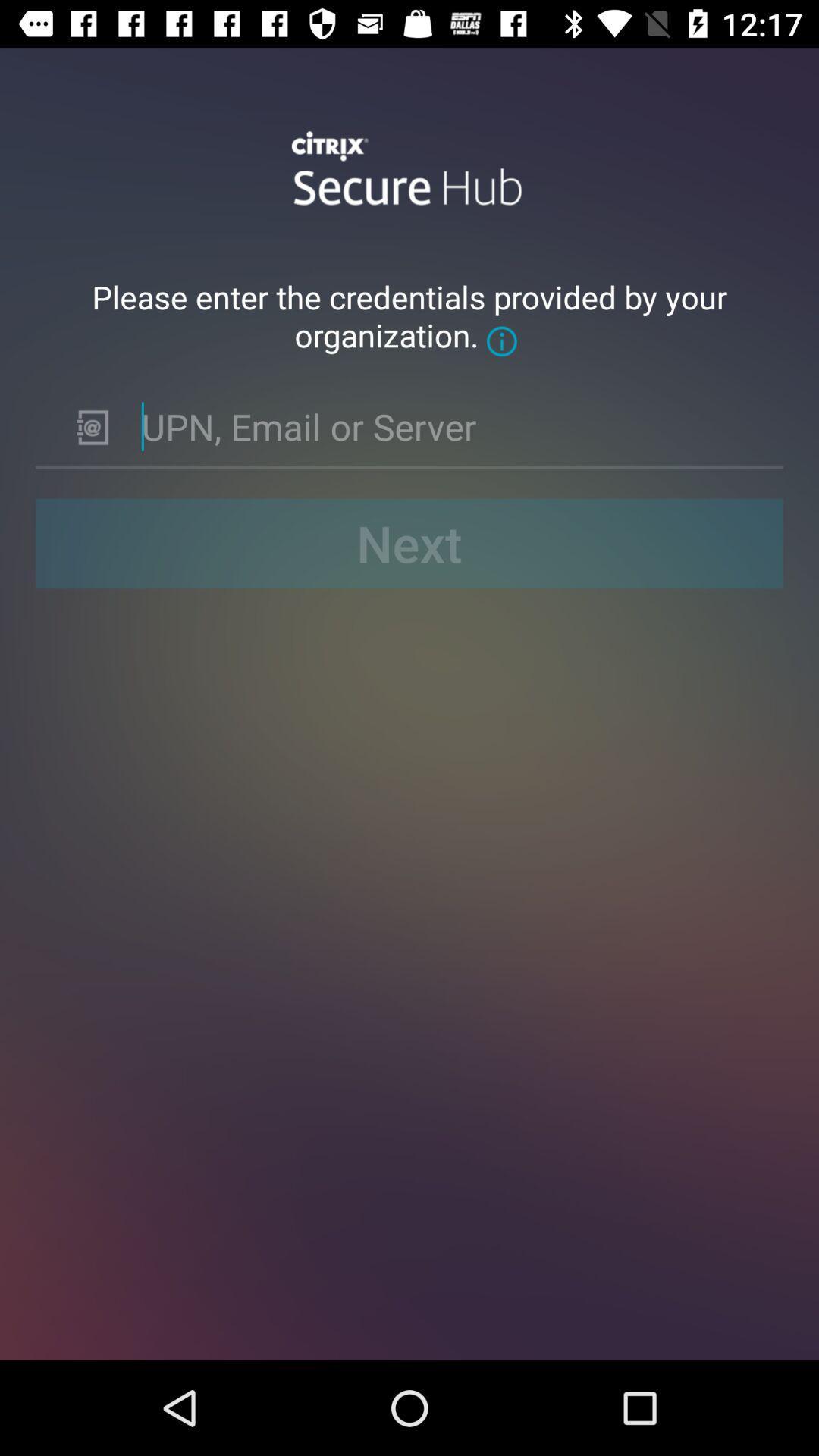 The image size is (819, 1456). Describe the element at coordinates (450, 425) in the screenshot. I see `credentials` at that location.